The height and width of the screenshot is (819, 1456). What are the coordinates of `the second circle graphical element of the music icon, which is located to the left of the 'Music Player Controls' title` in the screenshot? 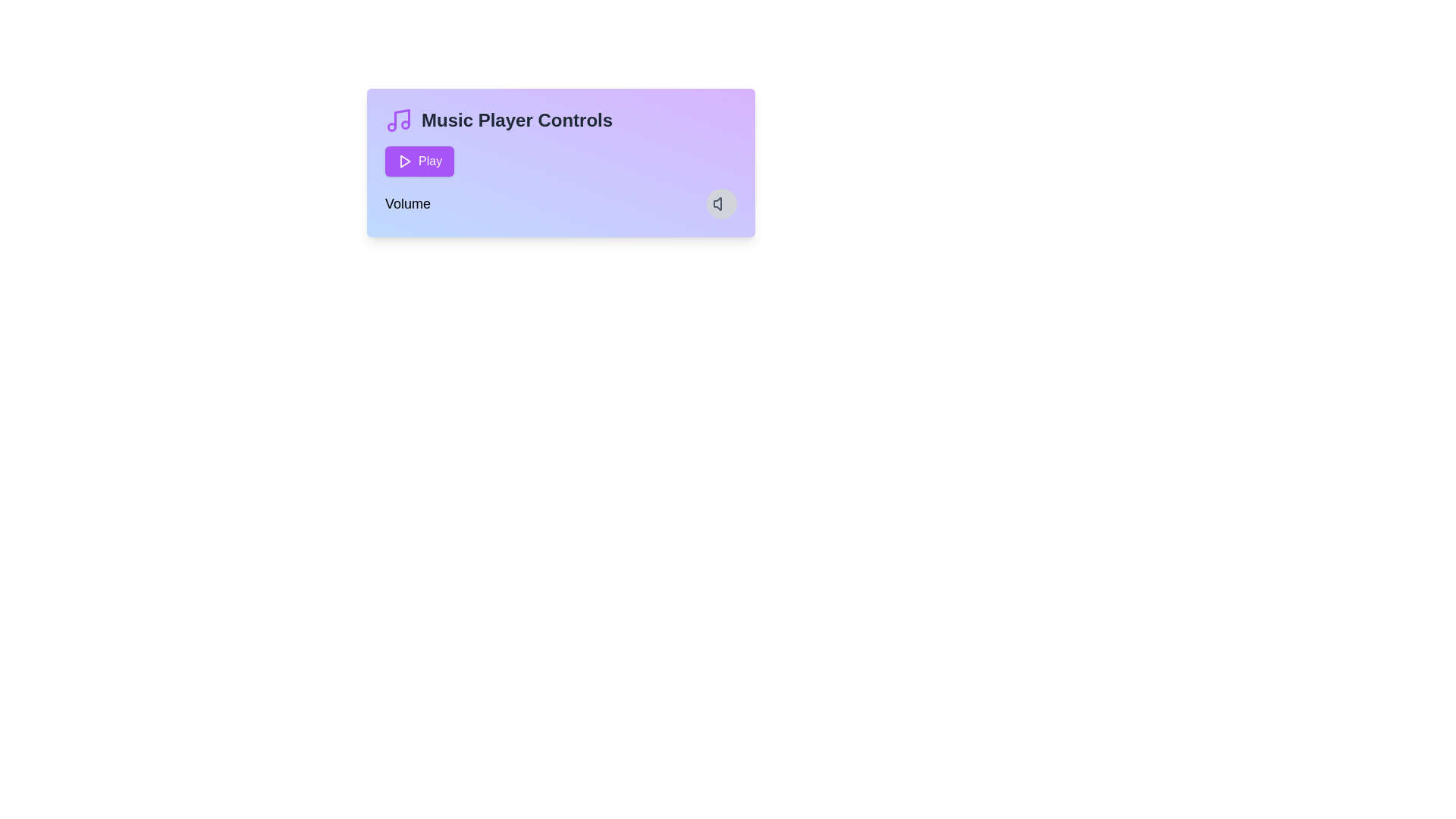 It's located at (405, 124).